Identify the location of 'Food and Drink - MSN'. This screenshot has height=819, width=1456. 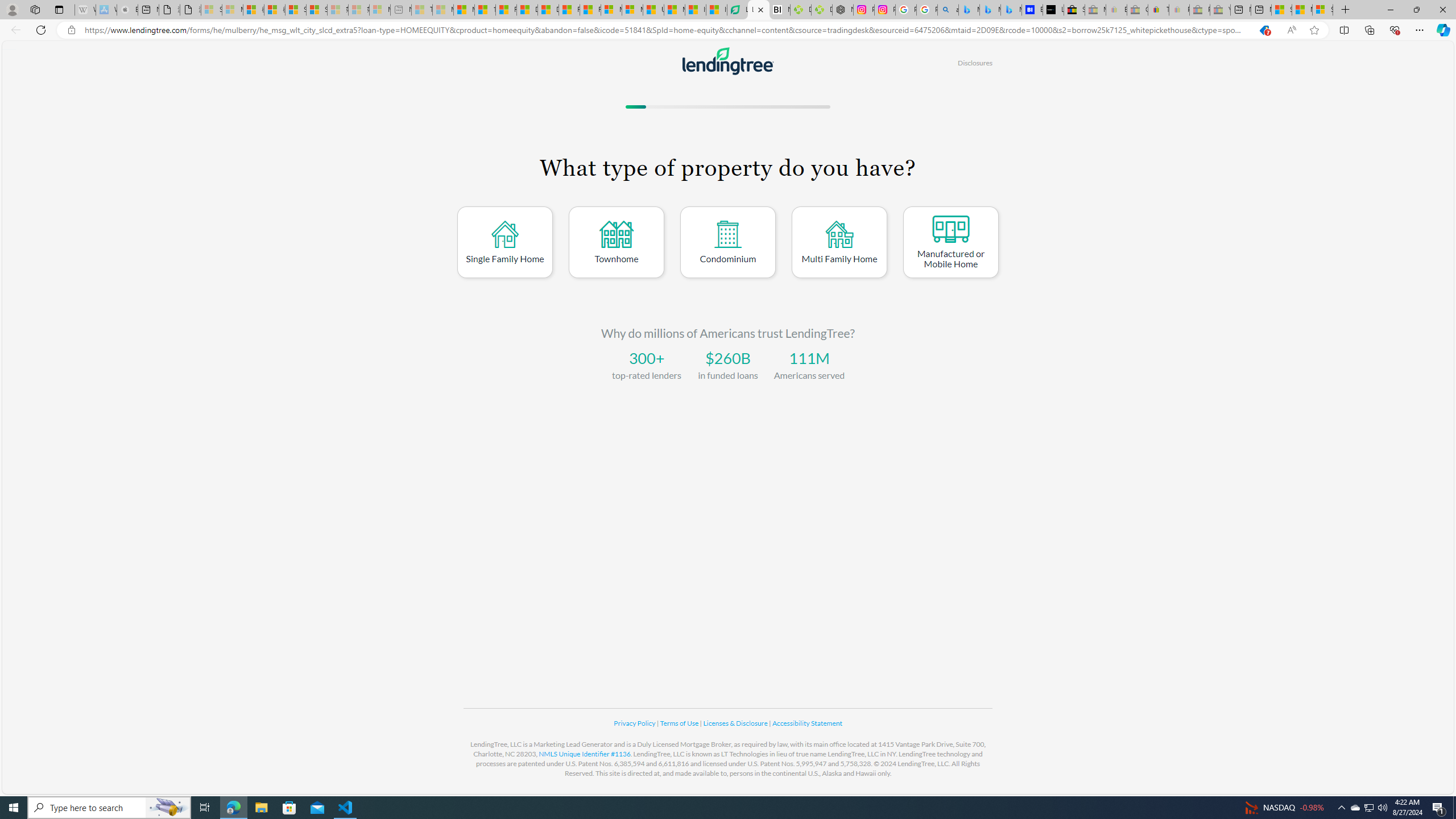
(505, 9).